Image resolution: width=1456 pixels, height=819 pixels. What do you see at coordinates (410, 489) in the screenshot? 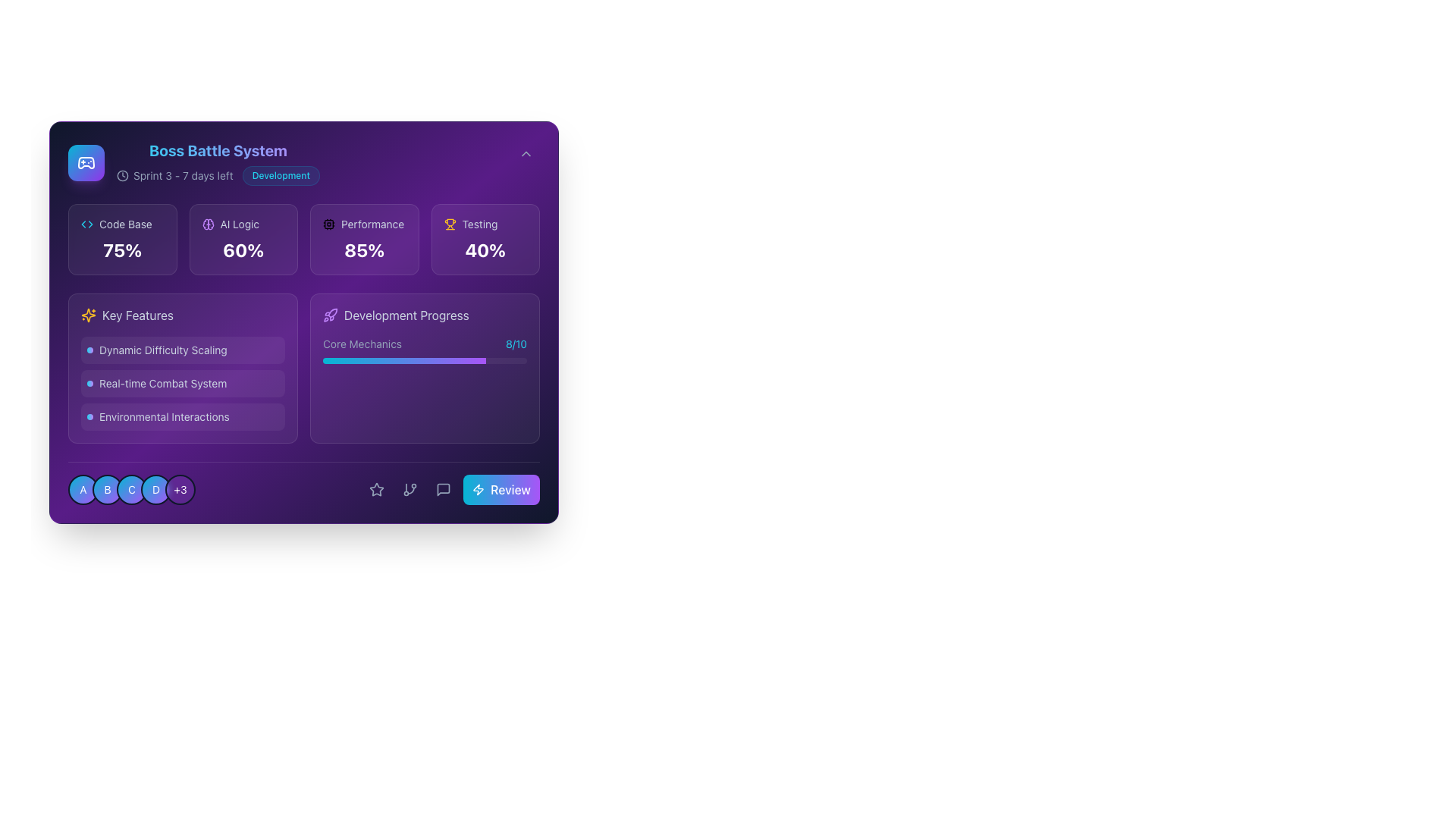
I see `the version control icon located in the bottom right of the toolbar` at bounding box center [410, 489].